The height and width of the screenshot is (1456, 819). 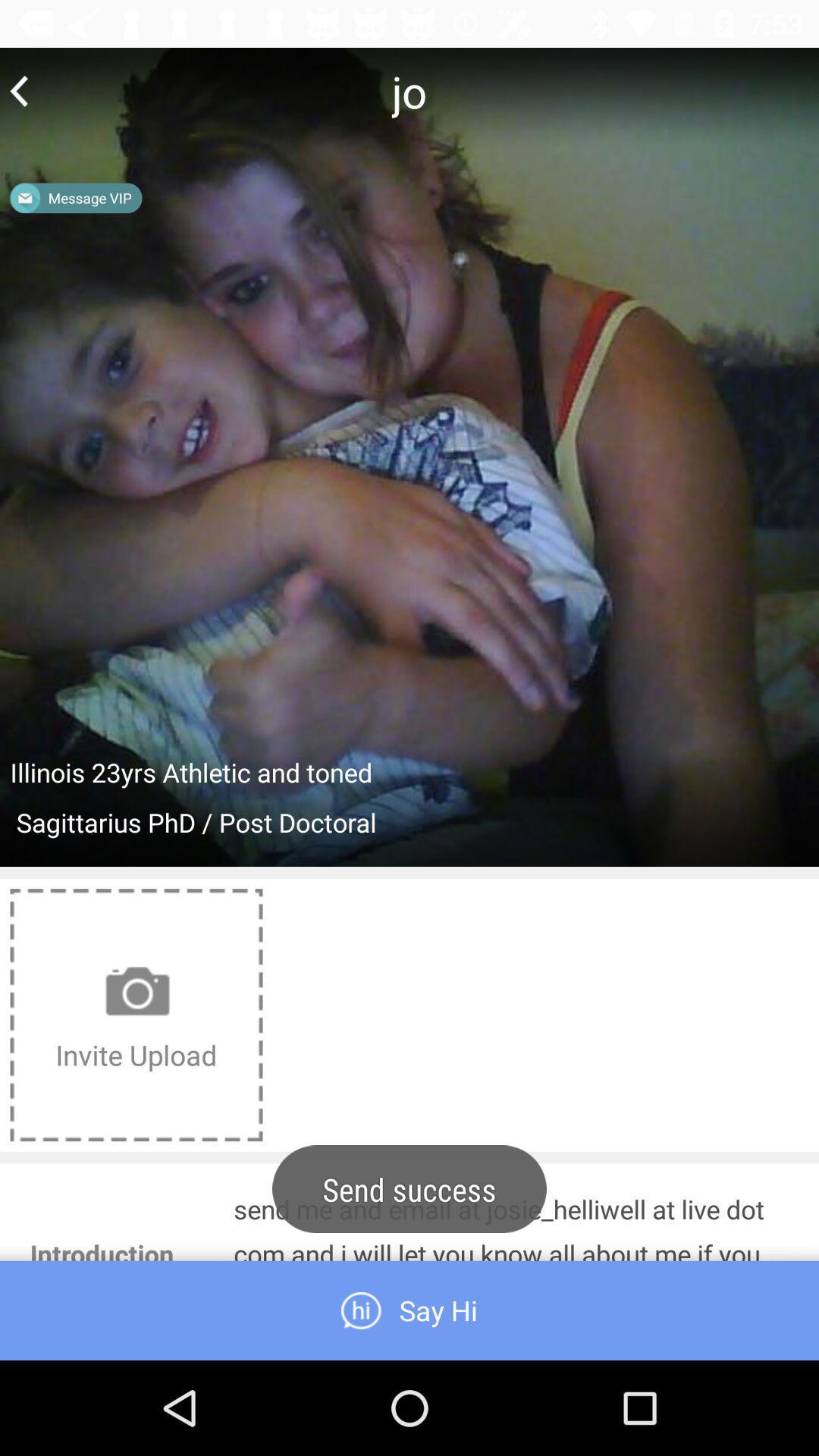 I want to click on the message icon in the image, so click(x=25, y=197).